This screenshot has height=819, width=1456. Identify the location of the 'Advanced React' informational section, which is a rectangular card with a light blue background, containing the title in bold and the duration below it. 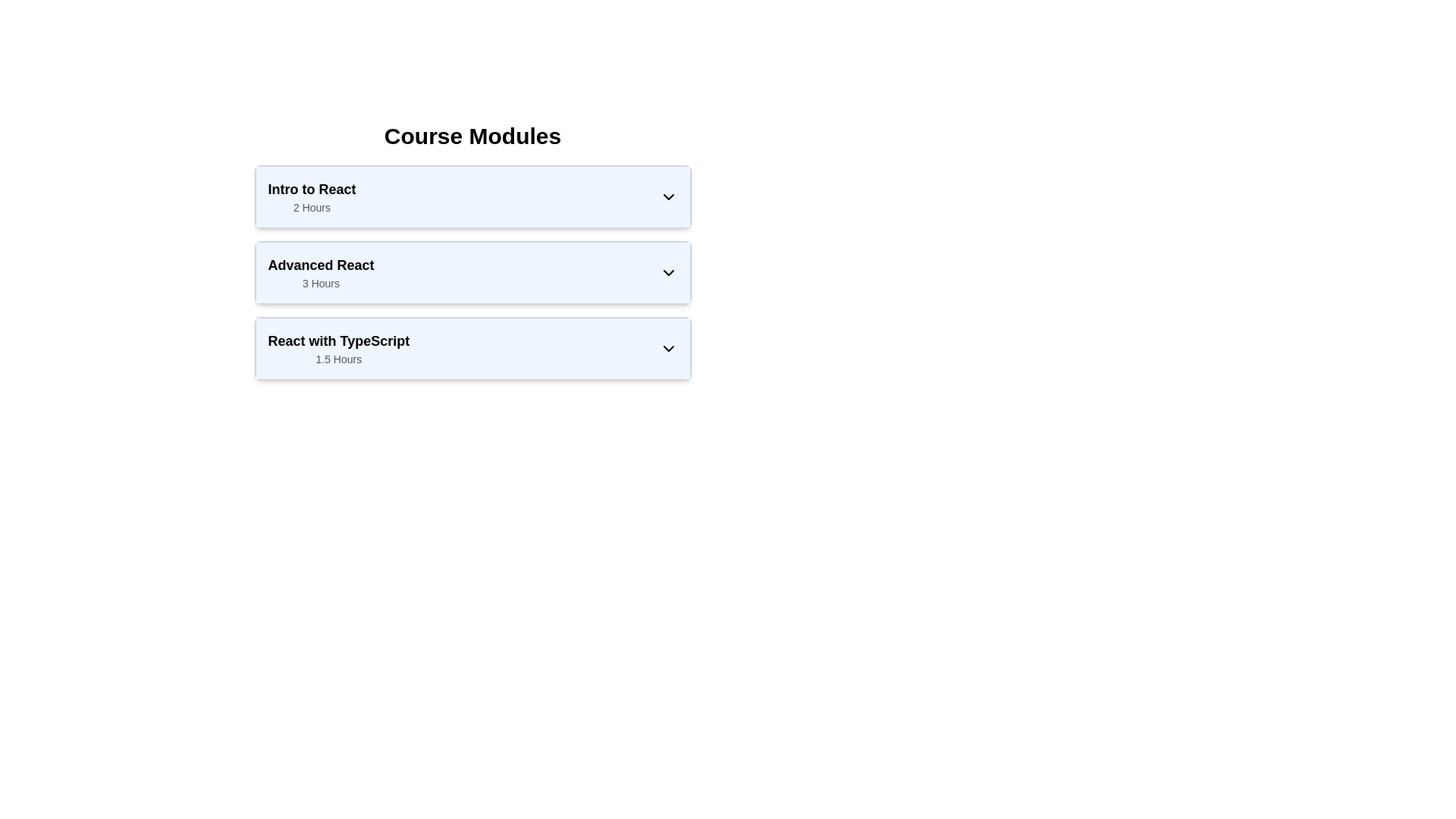
(472, 250).